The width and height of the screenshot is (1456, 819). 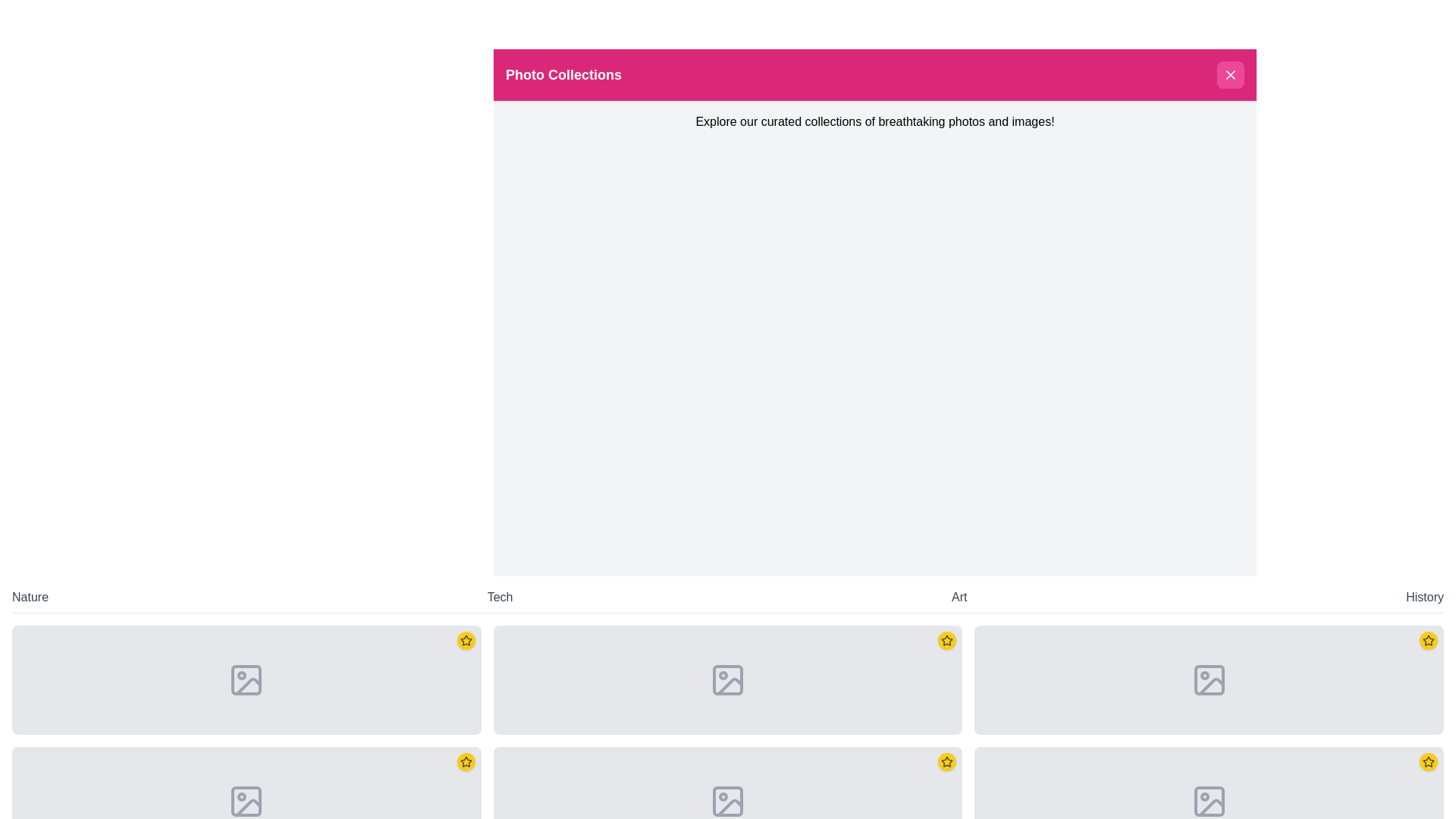 I want to click on the fourth card, so click(x=1208, y=679).